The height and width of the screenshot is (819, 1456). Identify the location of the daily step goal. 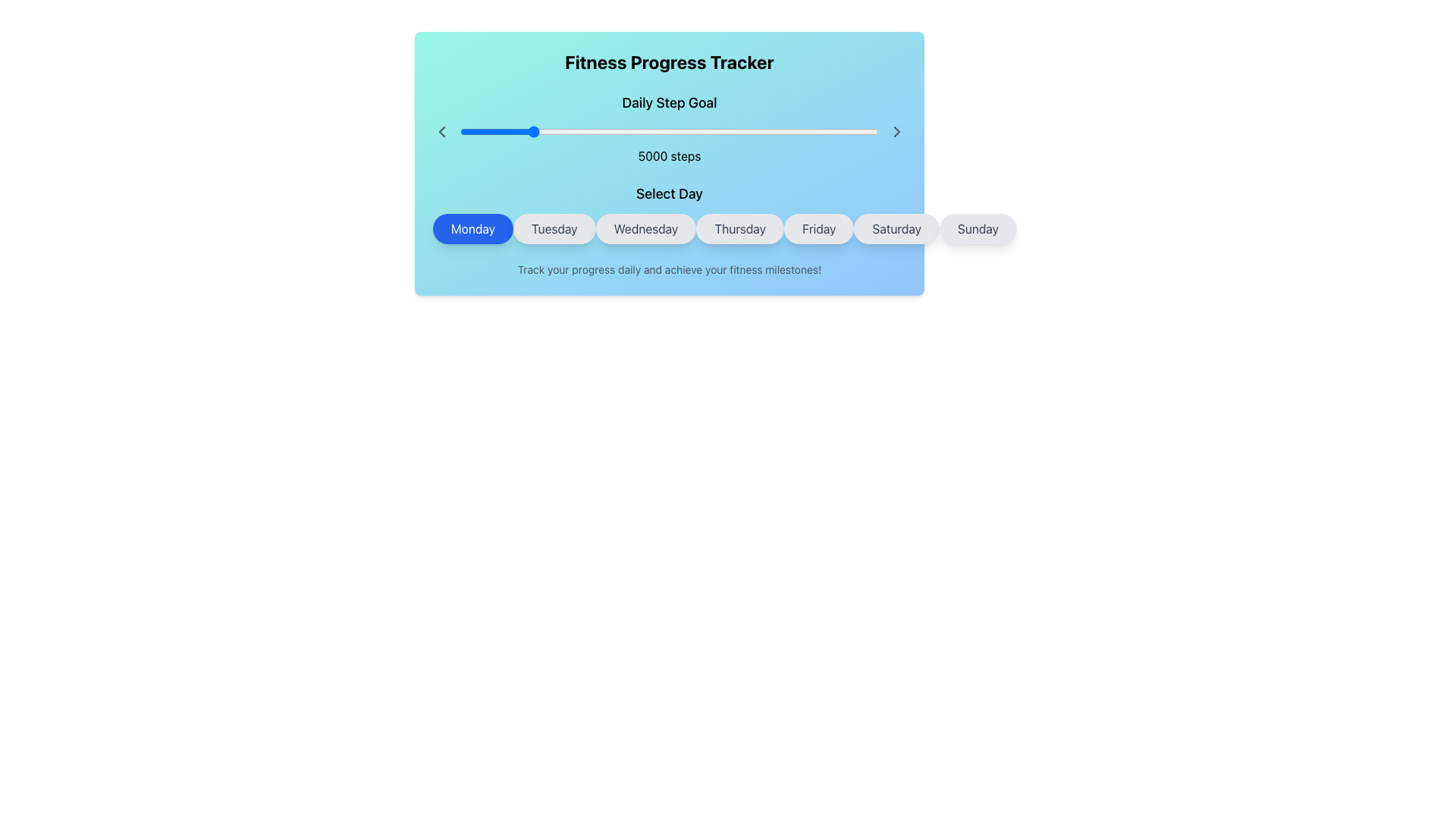
(760, 130).